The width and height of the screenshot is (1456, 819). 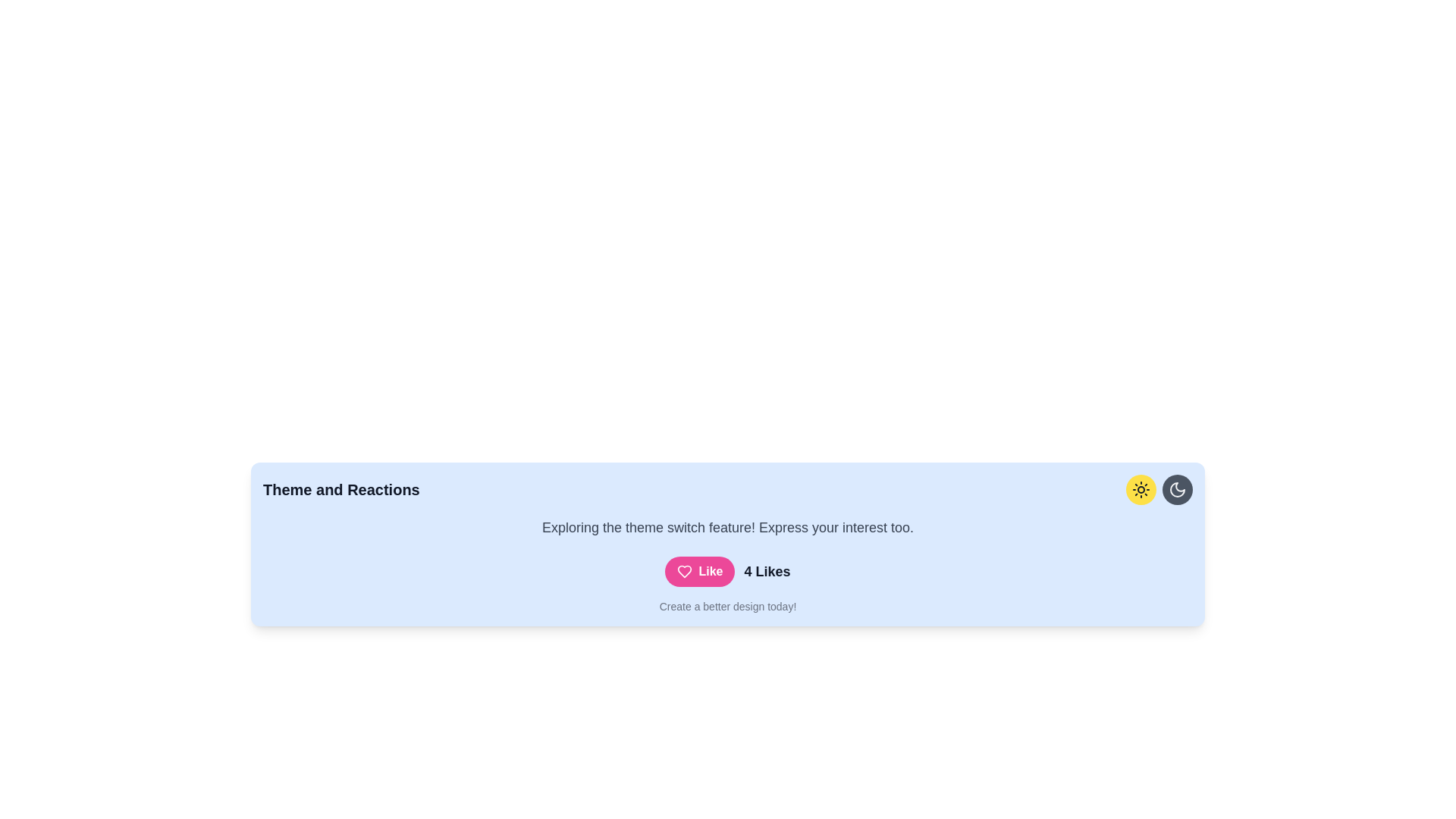 I want to click on the night mode icon located at the top-right corner of the 'Theme and Reactions' panel, so click(x=1177, y=489).